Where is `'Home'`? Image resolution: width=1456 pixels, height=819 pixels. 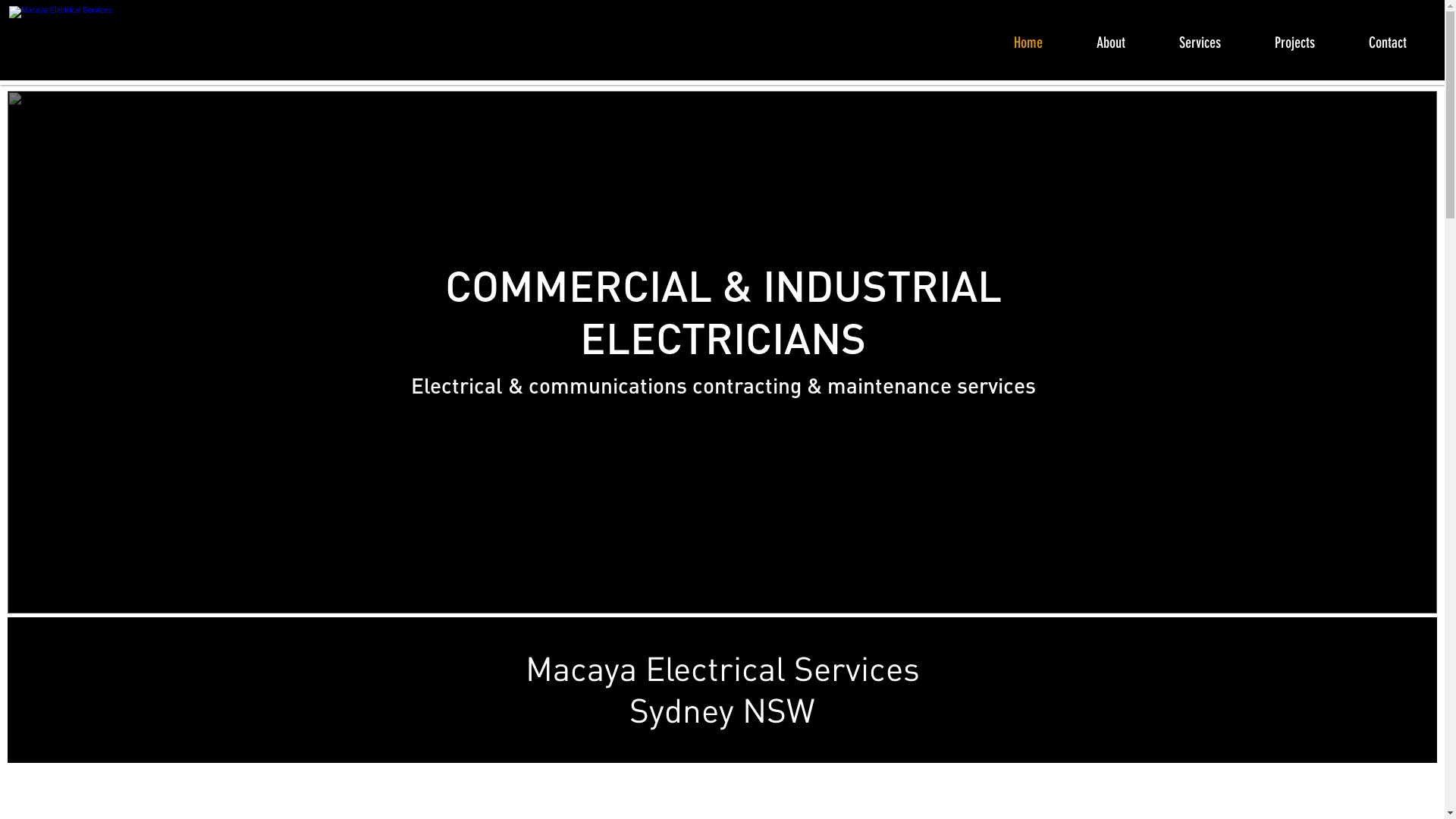
'Home' is located at coordinates (1039, 39).